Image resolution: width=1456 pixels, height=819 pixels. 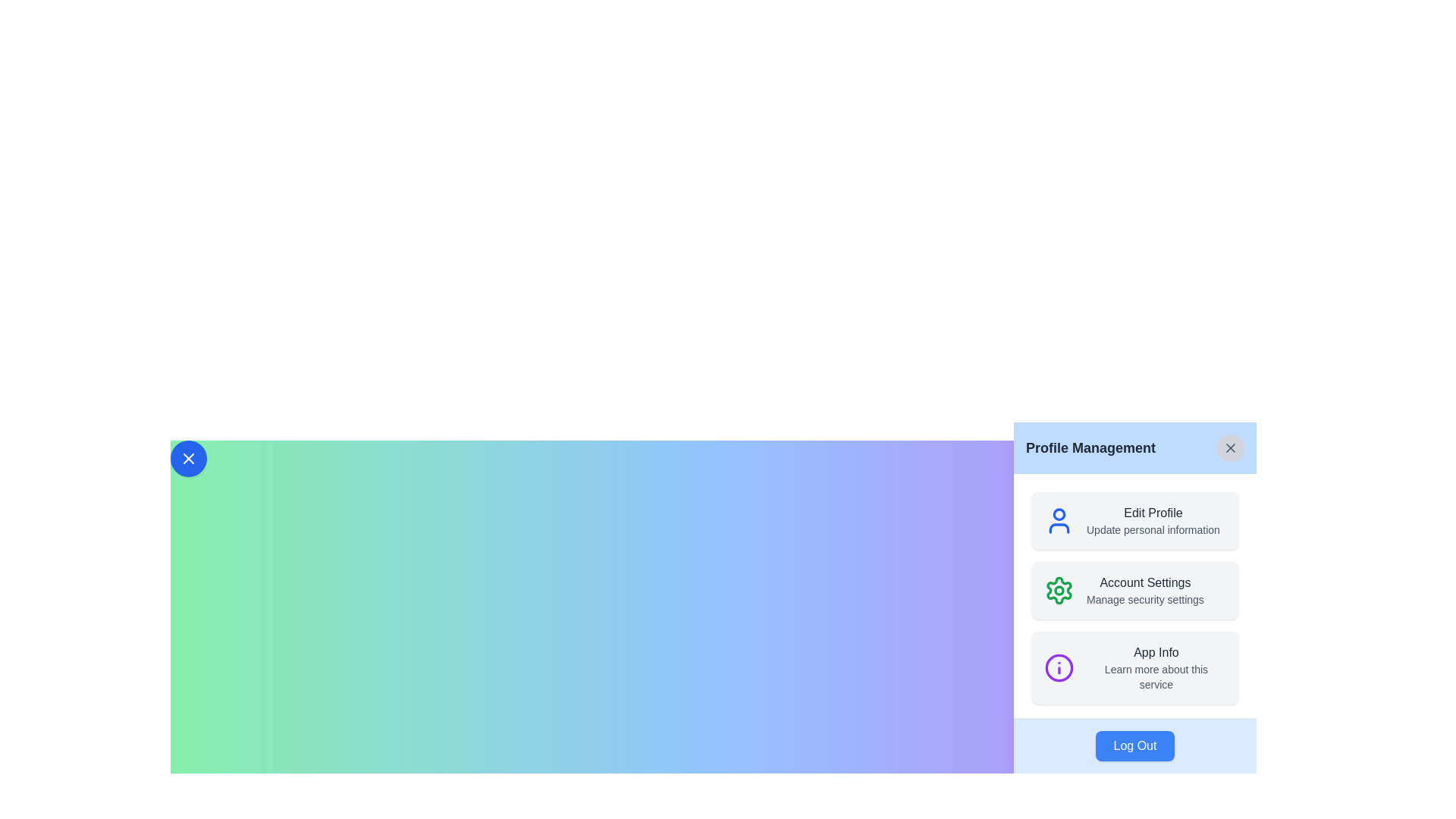 I want to click on the text label indicating the purpose of the associated section for editing personal profile information in the 'Profile Management' modal panel, so click(x=1153, y=513).